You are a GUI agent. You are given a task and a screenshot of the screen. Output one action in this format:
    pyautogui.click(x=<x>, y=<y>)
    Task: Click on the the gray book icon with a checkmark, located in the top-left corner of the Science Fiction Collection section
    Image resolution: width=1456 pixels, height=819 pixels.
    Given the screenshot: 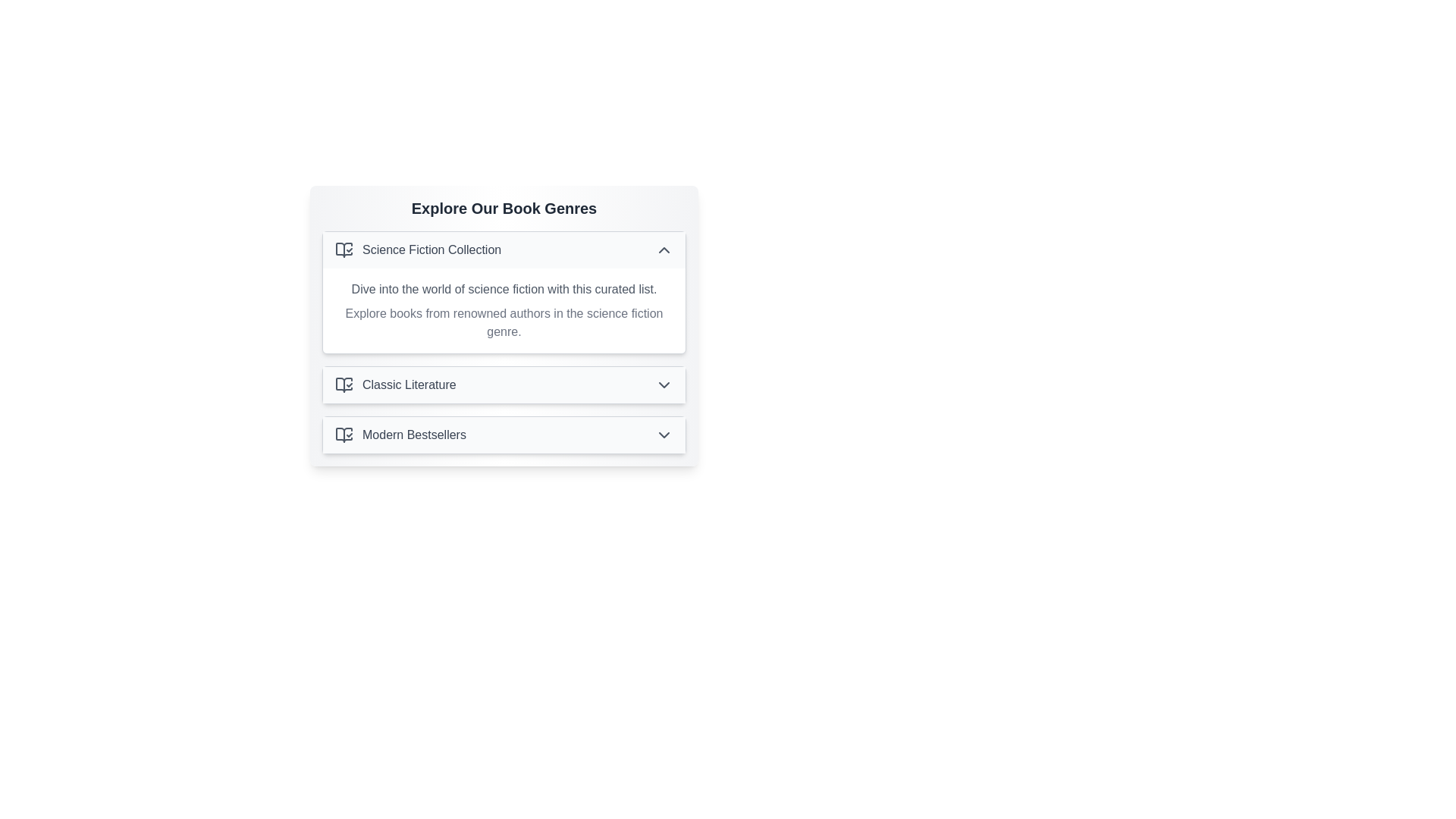 What is the action you would take?
    pyautogui.click(x=344, y=249)
    